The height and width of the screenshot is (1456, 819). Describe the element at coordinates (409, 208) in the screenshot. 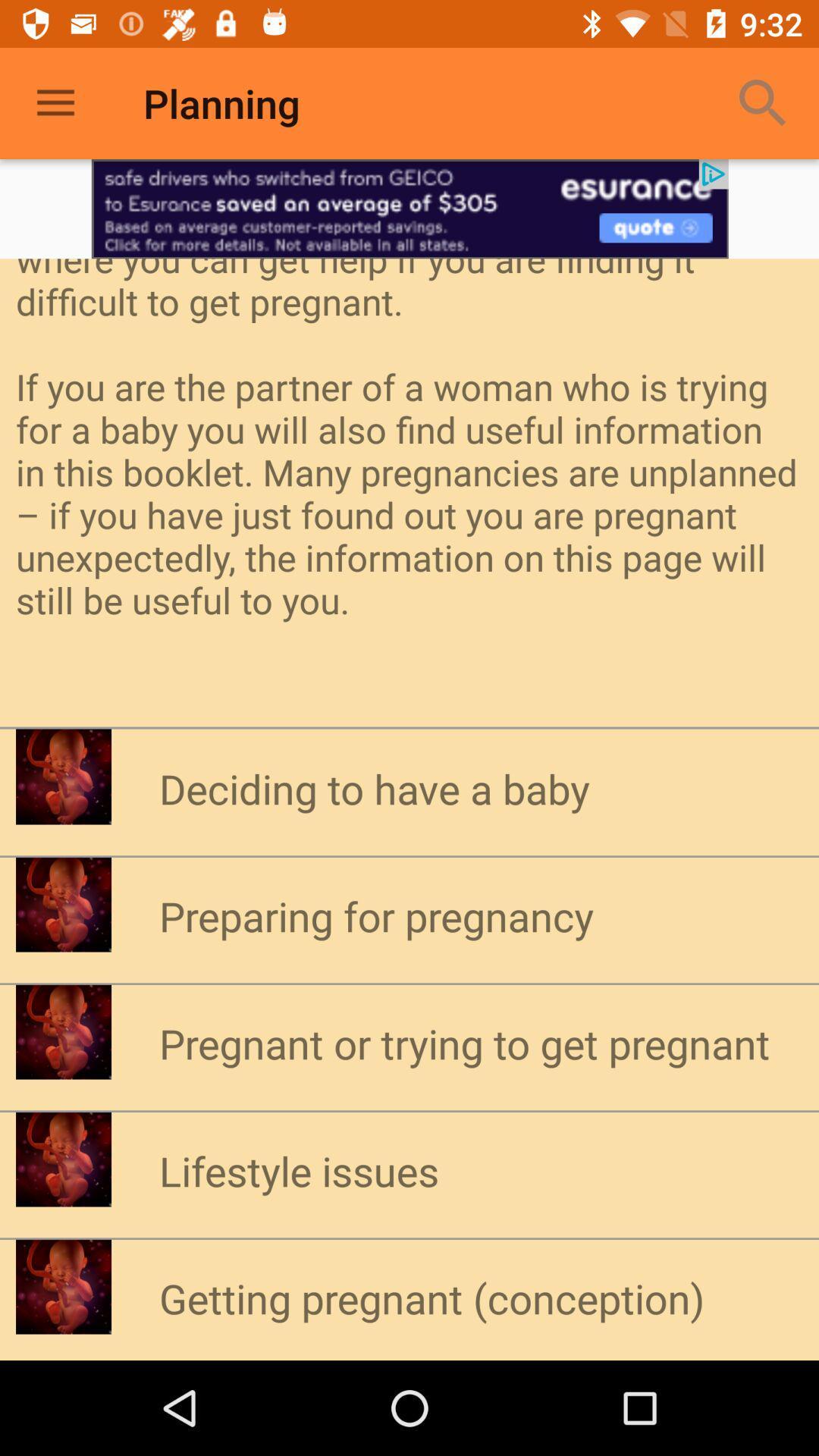

I see `advertisement for esurance` at that location.